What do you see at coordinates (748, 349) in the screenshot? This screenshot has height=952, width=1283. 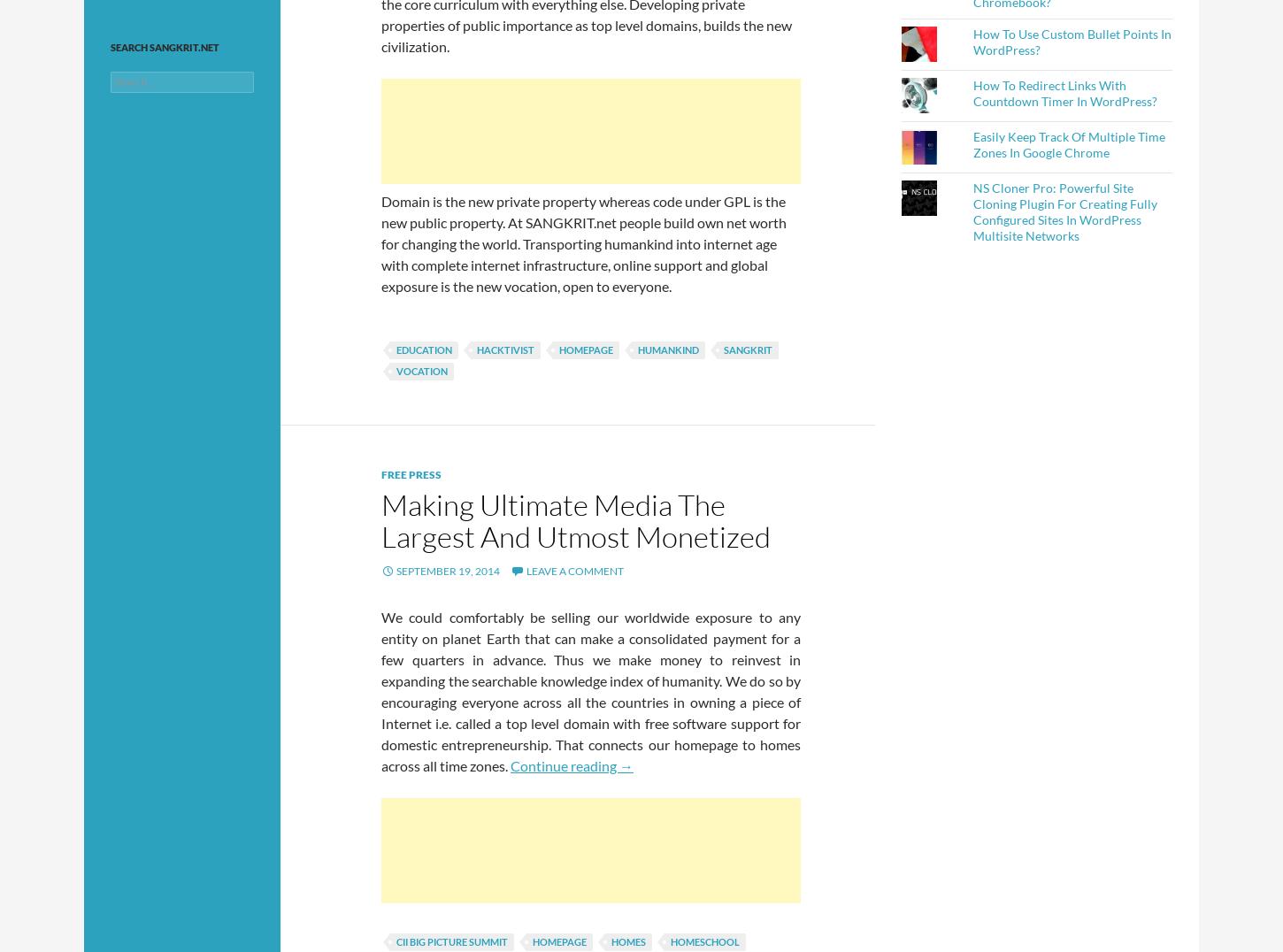 I see `'Sangkrit'` at bounding box center [748, 349].